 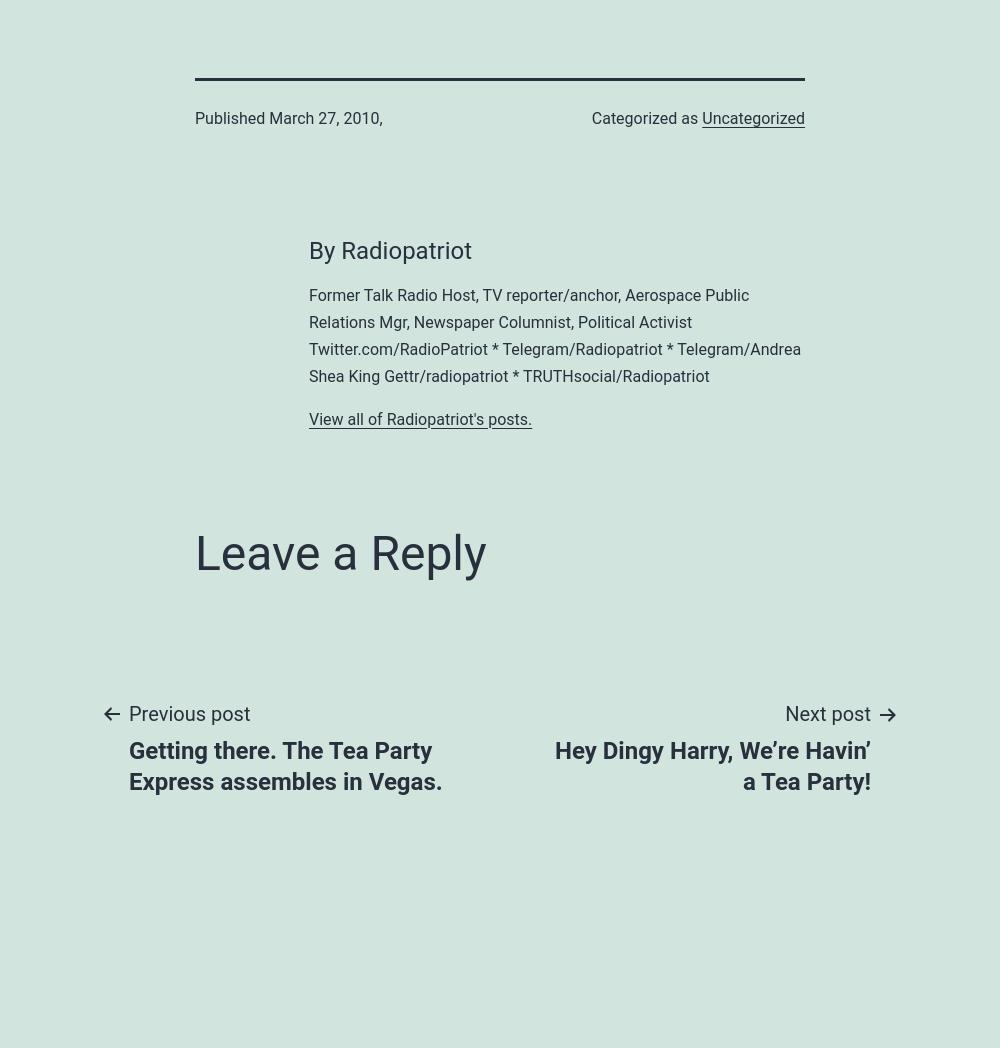 What do you see at coordinates (827, 713) in the screenshot?
I see `'Next post'` at bounding box center [827, 713].